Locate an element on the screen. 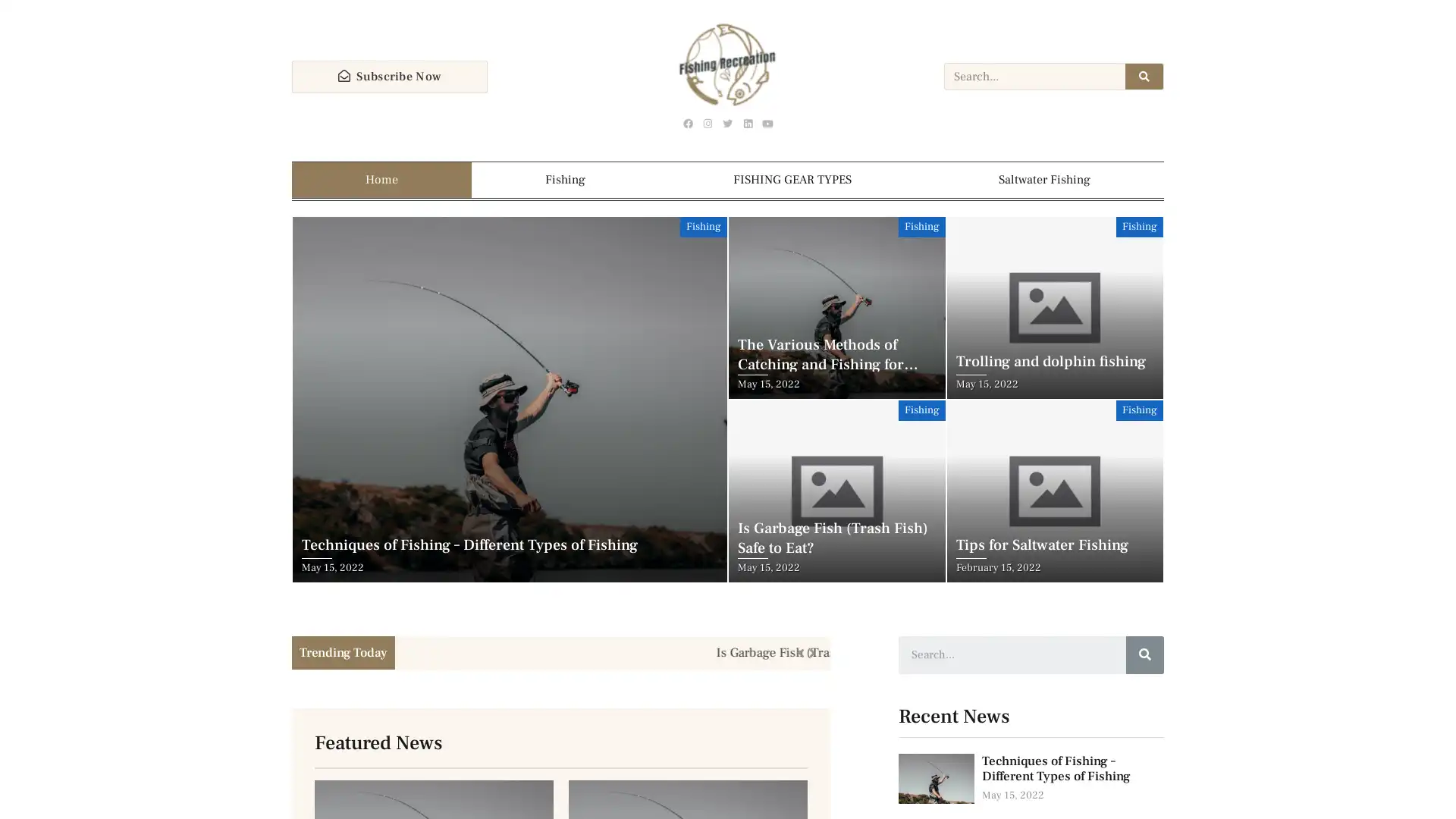 Image resolution: width=1456 pixels, height=819 pixels. Search is located at coordinates (1143, 76).